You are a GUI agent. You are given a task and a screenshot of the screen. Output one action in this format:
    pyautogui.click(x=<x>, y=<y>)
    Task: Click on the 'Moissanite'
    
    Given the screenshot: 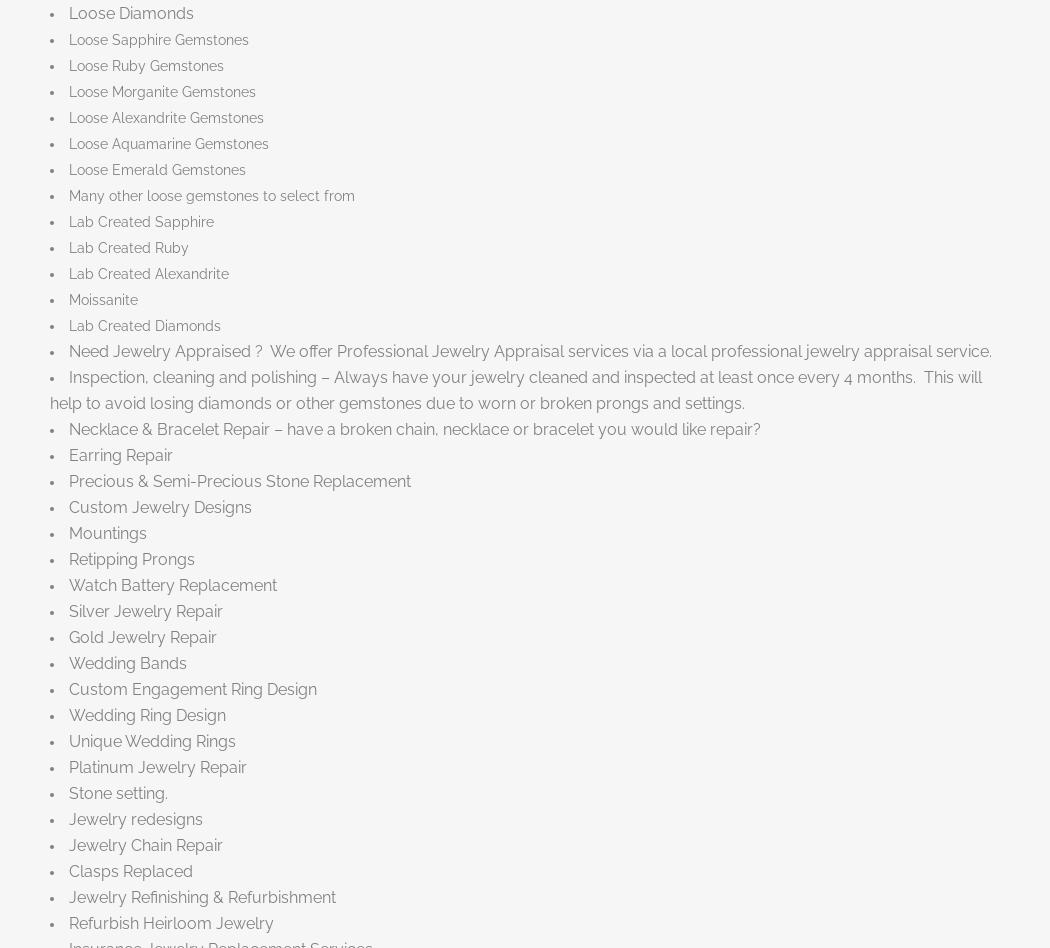 What is the action you would take?
    pyautogui.click(x=103, y=298)
    